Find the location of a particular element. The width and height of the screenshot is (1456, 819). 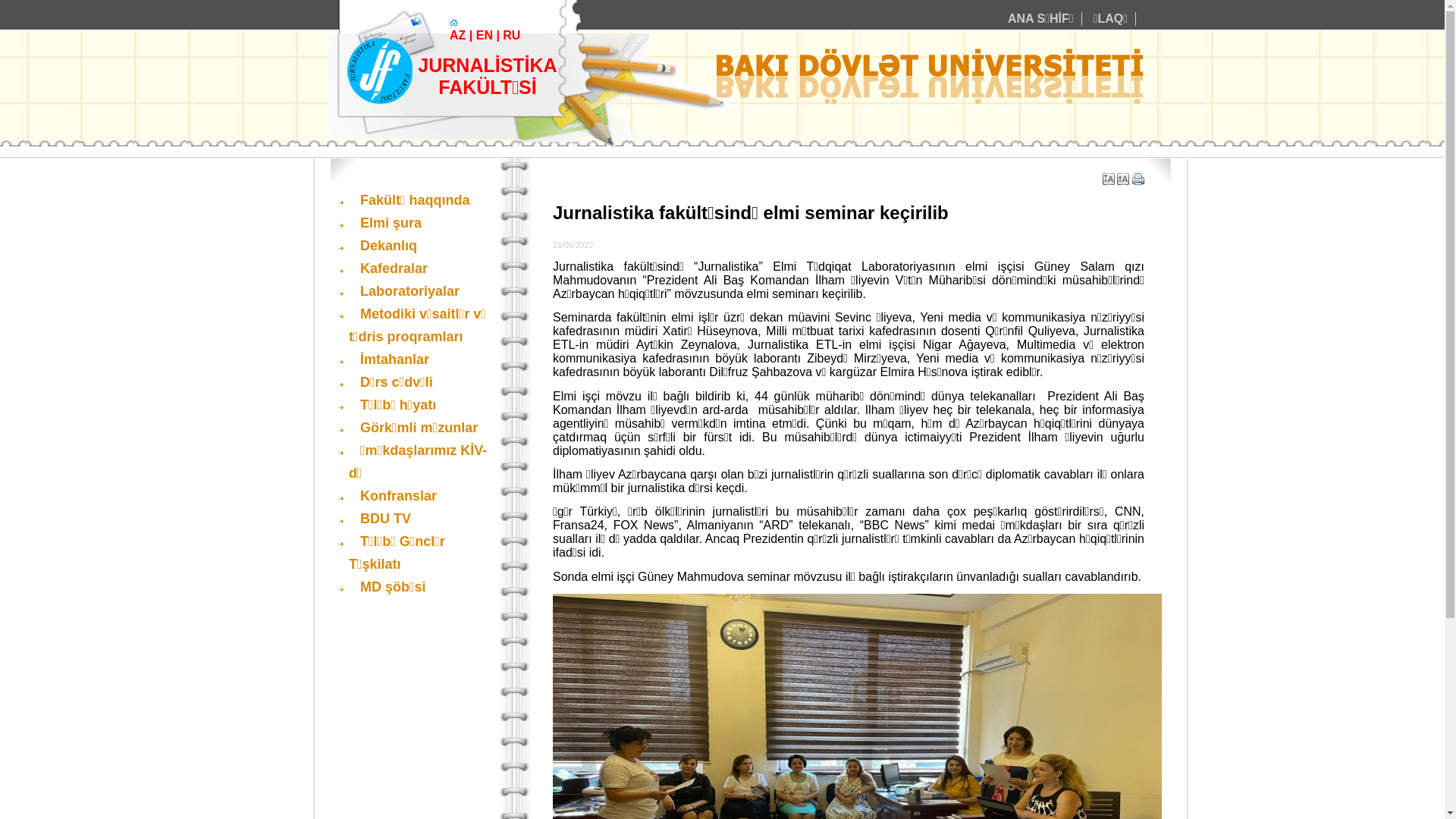

'BDU TV' is located at coordinates (348, 517).